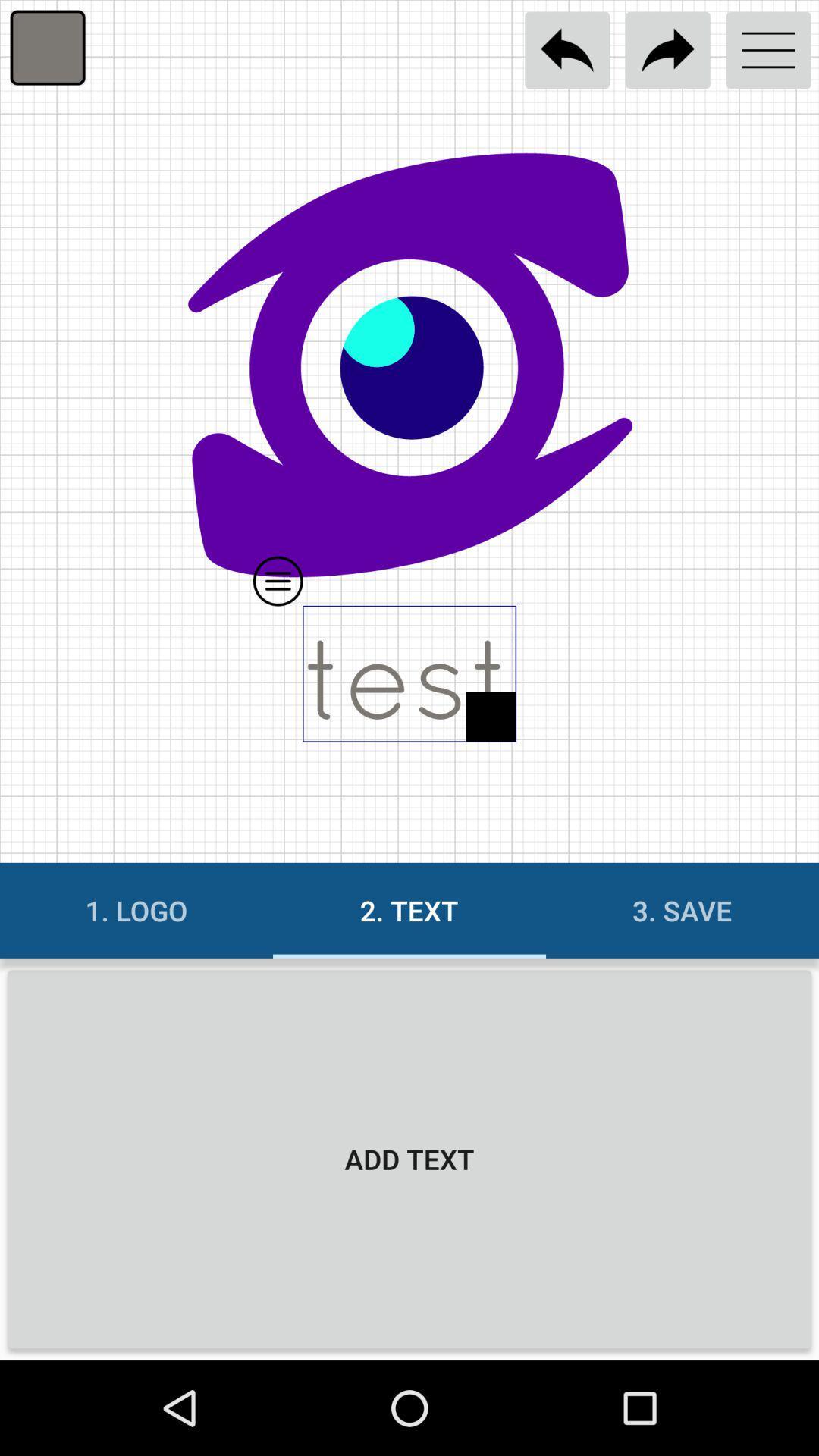  Describe the element at coordinates (768, 50) in the screenshot. I see `open menu` at that location.